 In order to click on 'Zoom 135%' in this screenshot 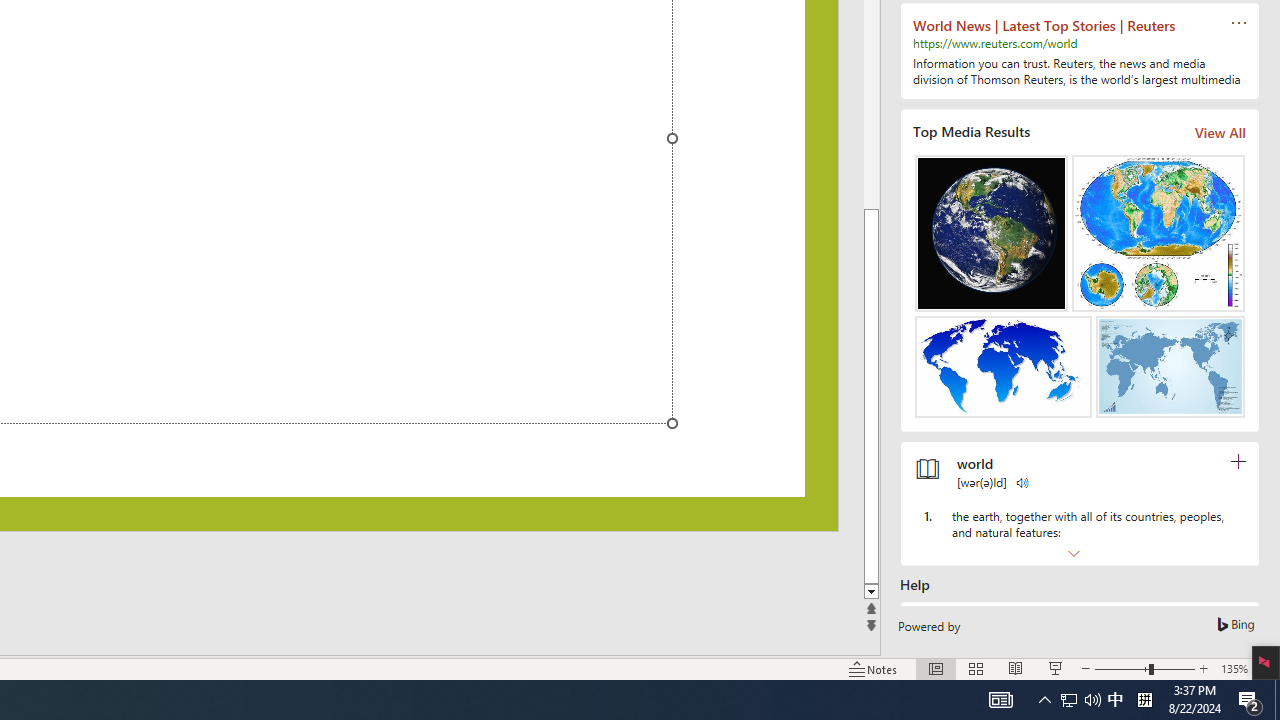, I will do `click(1233, 669)`.